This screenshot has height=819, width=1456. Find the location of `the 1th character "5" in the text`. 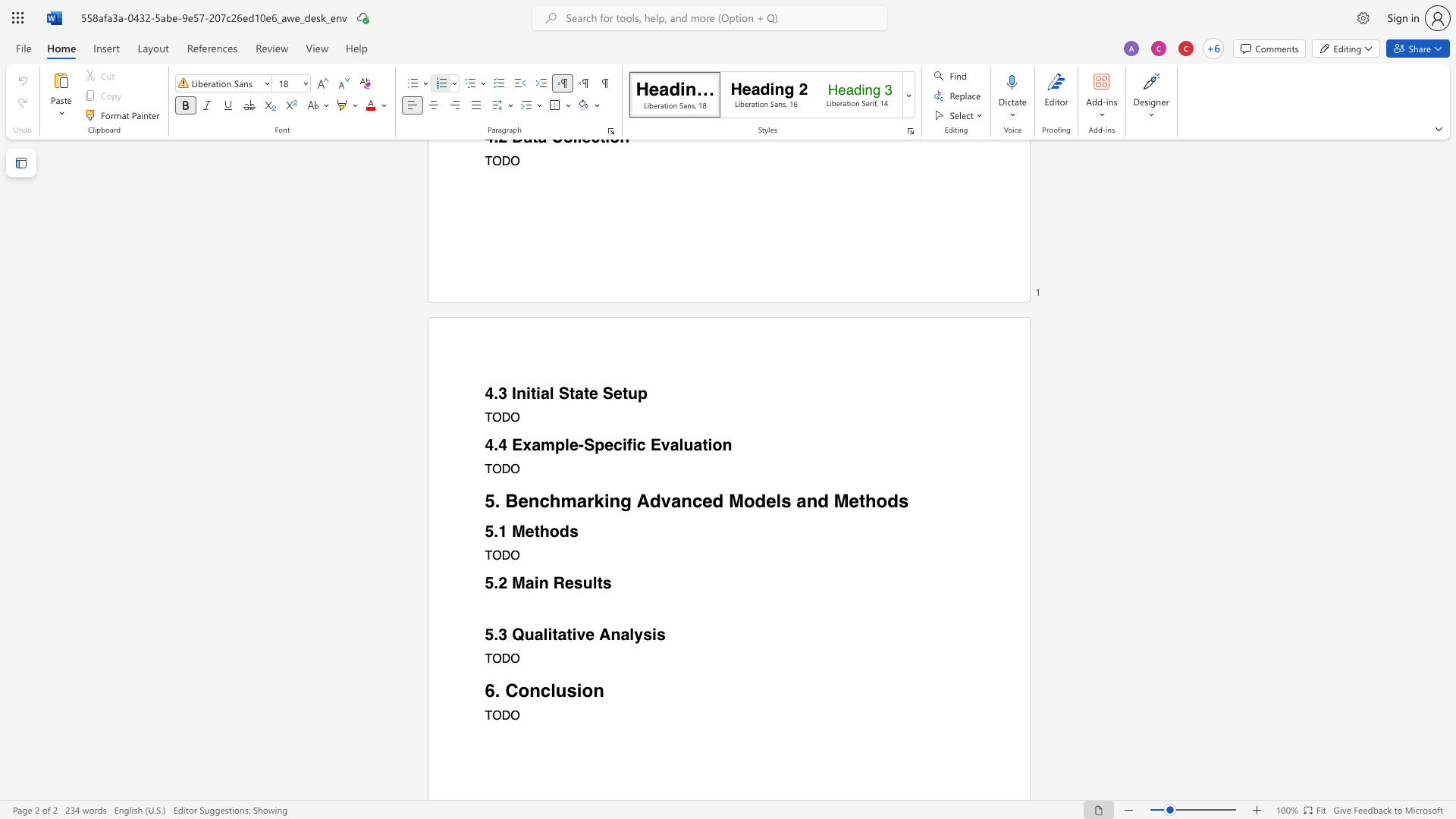

the 1th character "5" in the text is located at coordinates (489, 582).